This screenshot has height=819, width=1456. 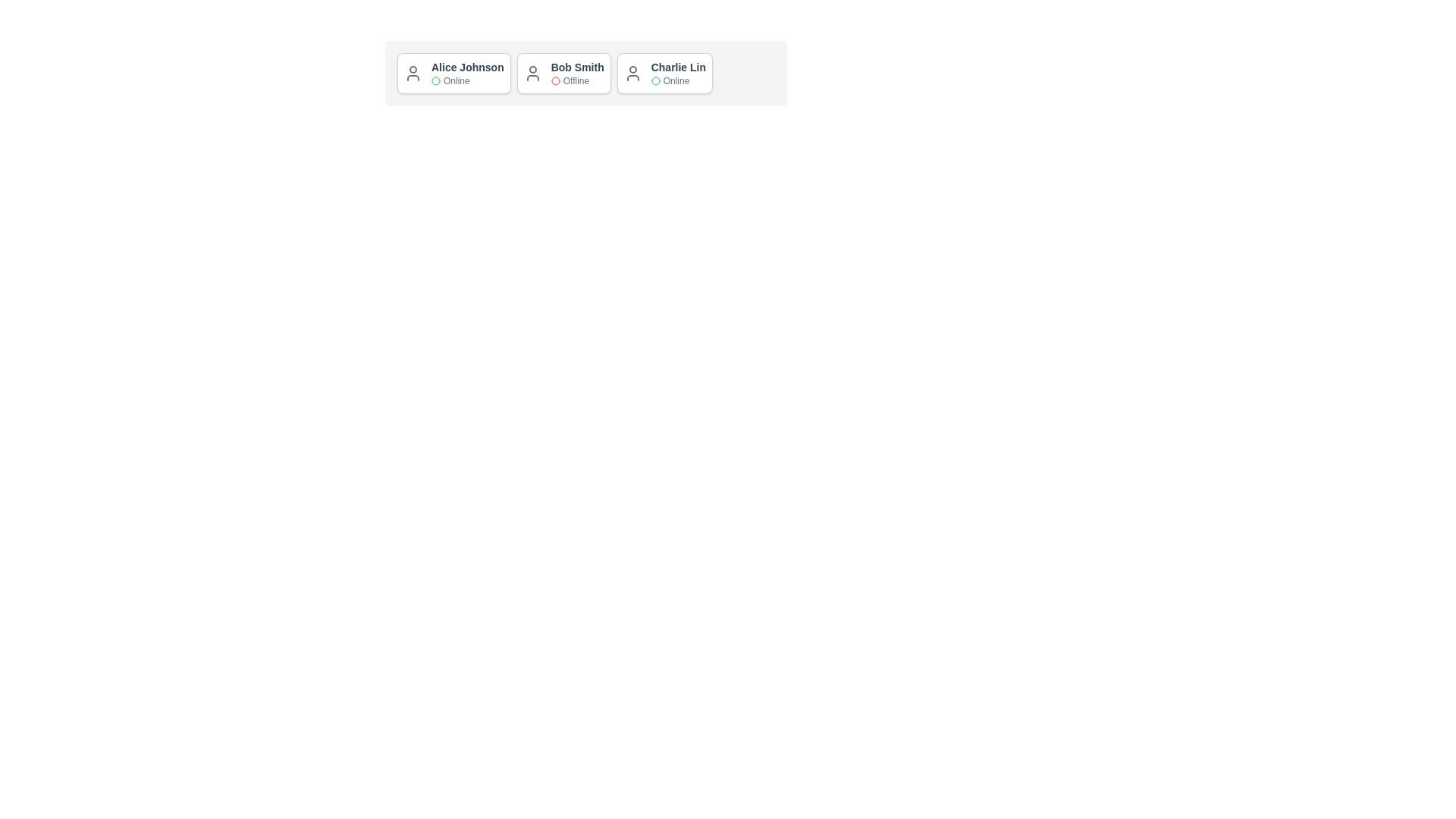 I want to click on the user icon corresponding to Alice Johnson, so click(x=413, y=73).